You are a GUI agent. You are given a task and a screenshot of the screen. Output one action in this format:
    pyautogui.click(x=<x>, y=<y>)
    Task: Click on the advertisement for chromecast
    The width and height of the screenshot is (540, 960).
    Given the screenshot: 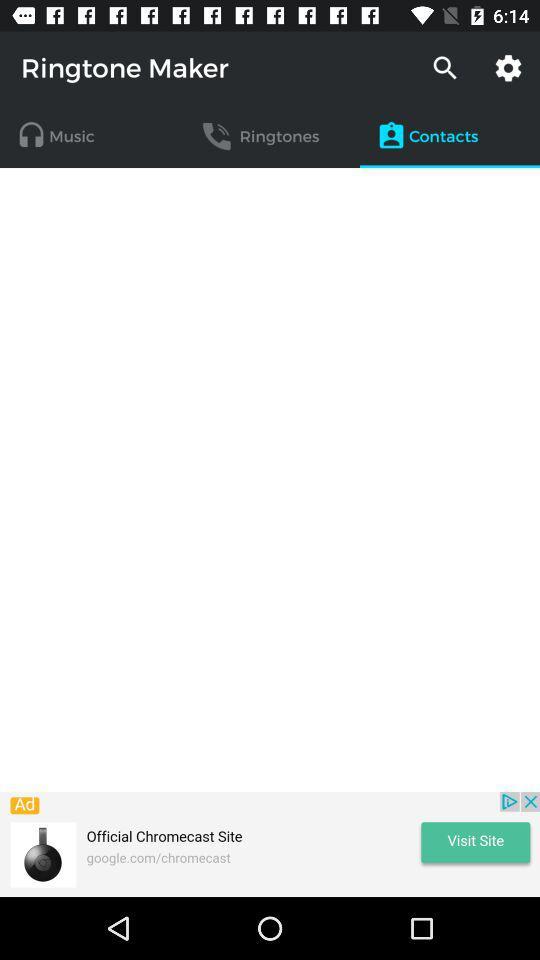 What is the action you would take?
    pyautogui.click(x=270, y=843)
    